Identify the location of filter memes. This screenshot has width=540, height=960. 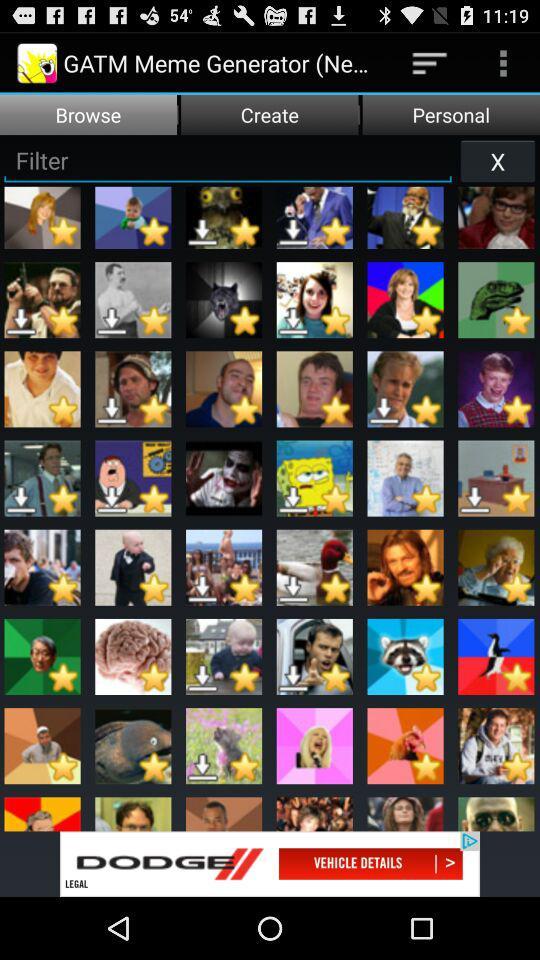
(226, 159).